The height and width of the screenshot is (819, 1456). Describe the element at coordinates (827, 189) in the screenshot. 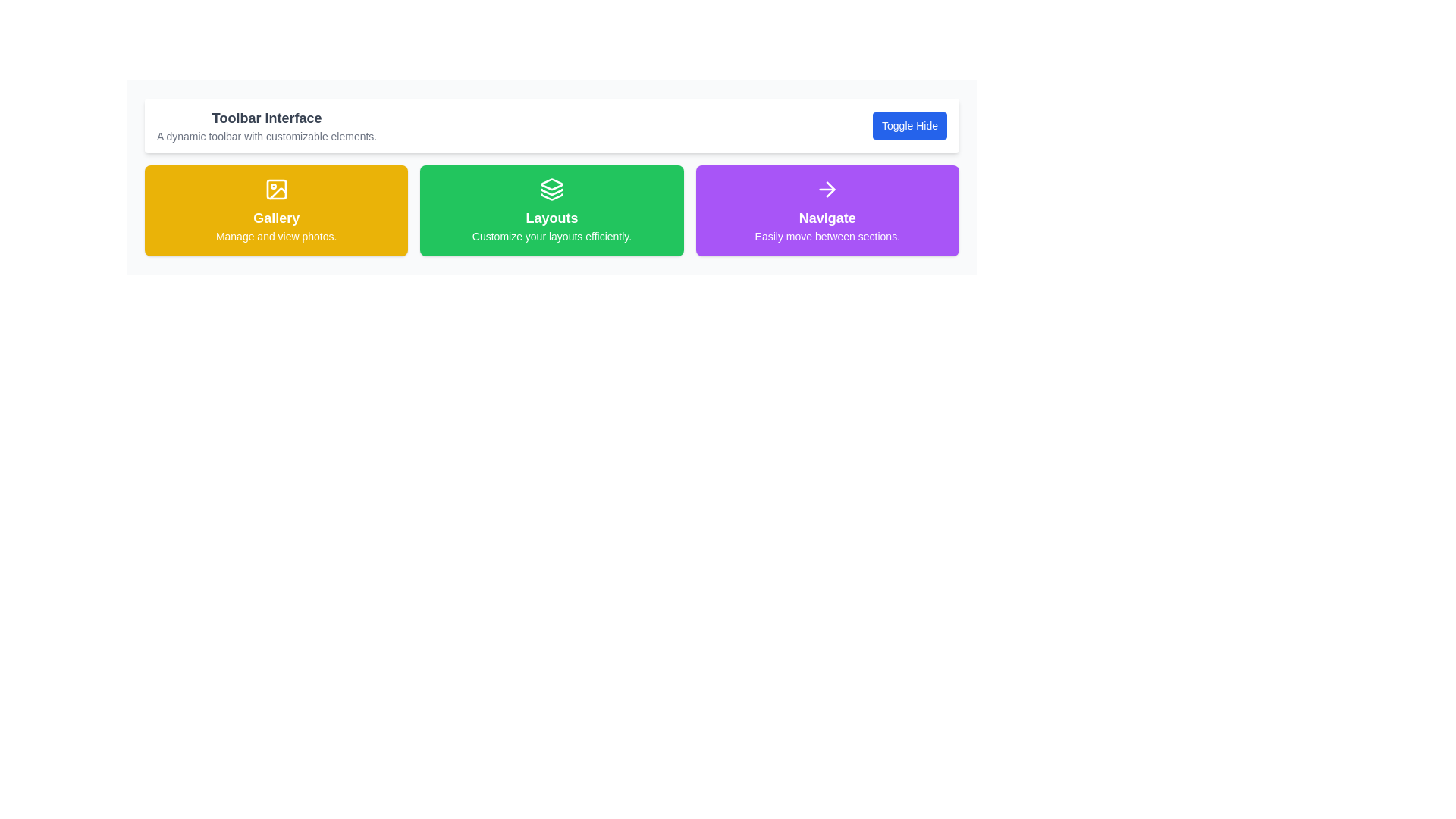

I see `the right-facing arrow icon within the purple 'Navigate' card, located above the text 'Easily move between sections.' and below the card's title` at that location.